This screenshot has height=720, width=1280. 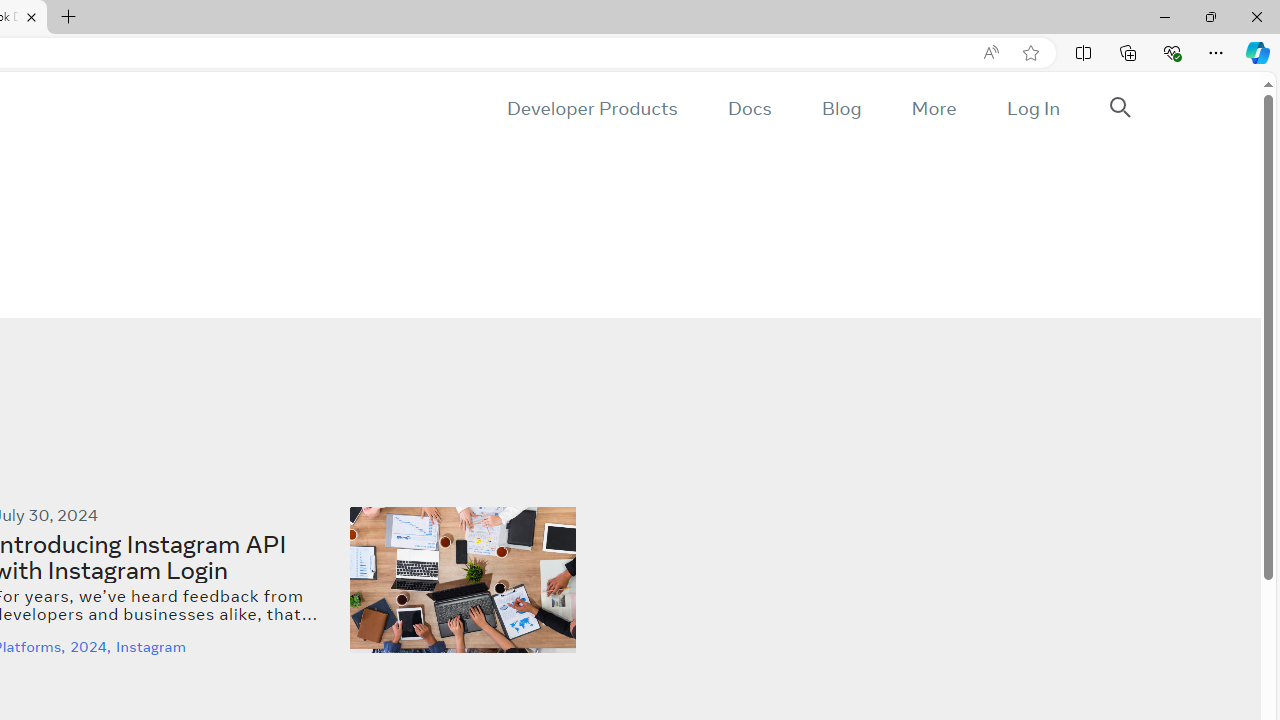 What do you see at coordinates (748, 108) in the screenshot?
I see `'Docs'` at bounding box center [748, 108].